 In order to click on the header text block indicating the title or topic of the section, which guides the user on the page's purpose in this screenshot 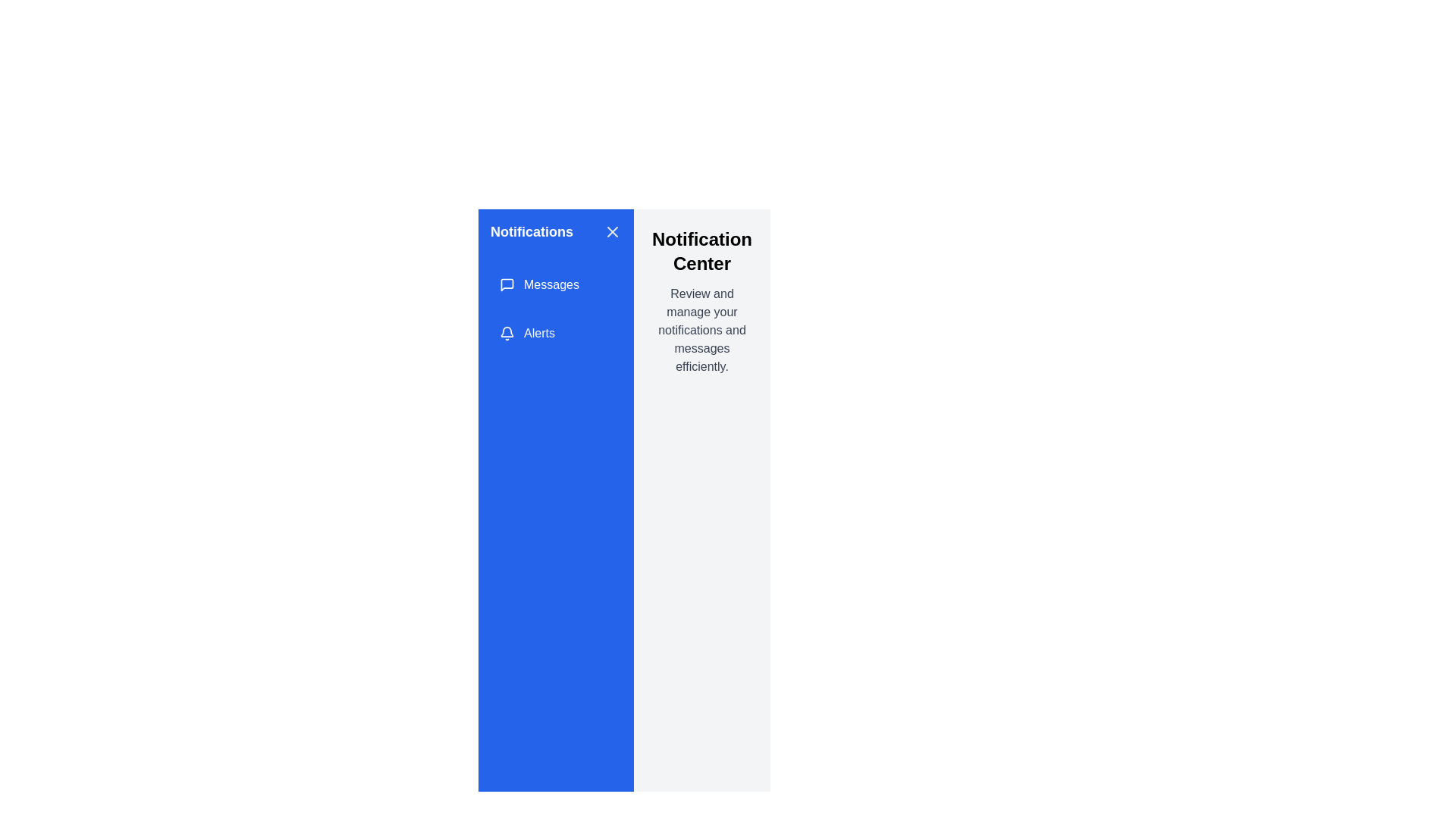, I will do `click(701, 250)`.